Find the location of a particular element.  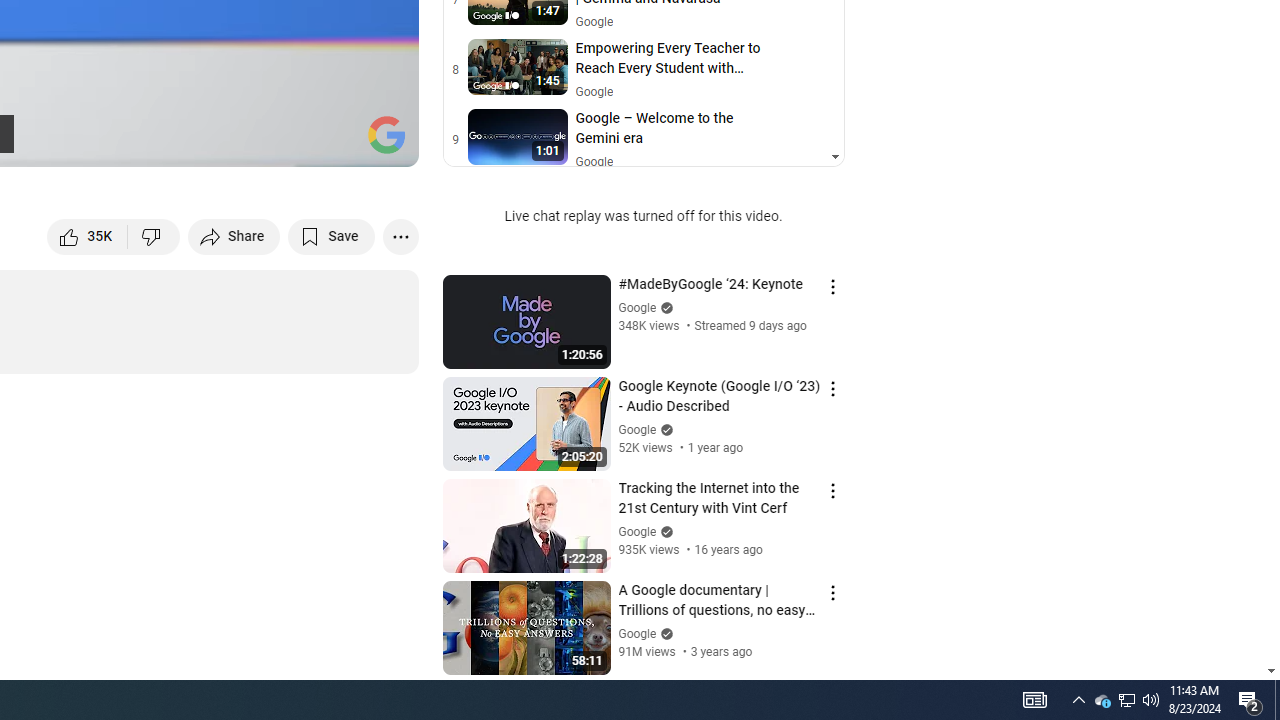

'Full screen (f)' is located at coordinates (382, 141).